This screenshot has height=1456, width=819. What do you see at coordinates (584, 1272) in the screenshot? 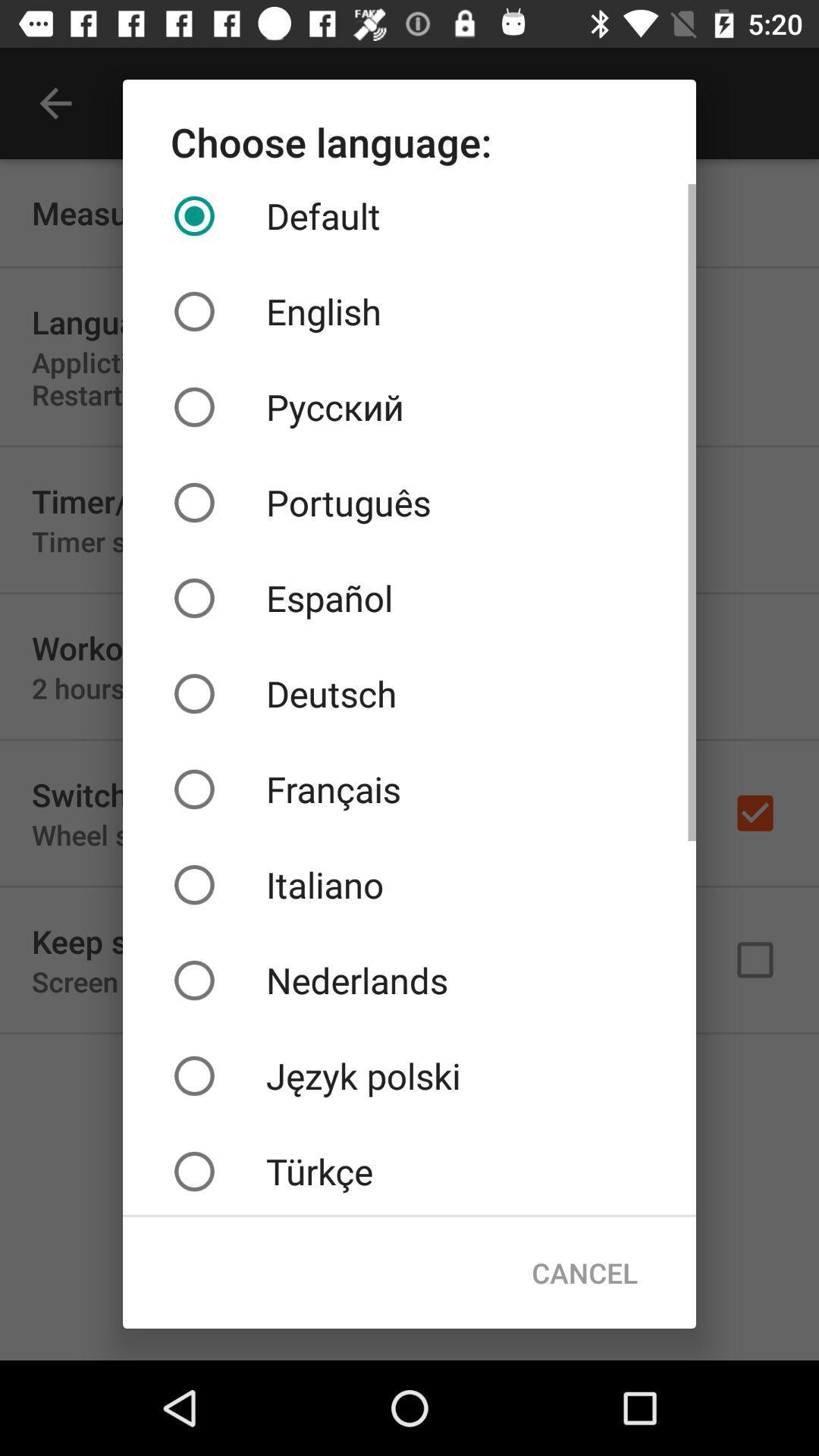
I see `the icon at the bottom right corner` at bounding box center [584, 1272].